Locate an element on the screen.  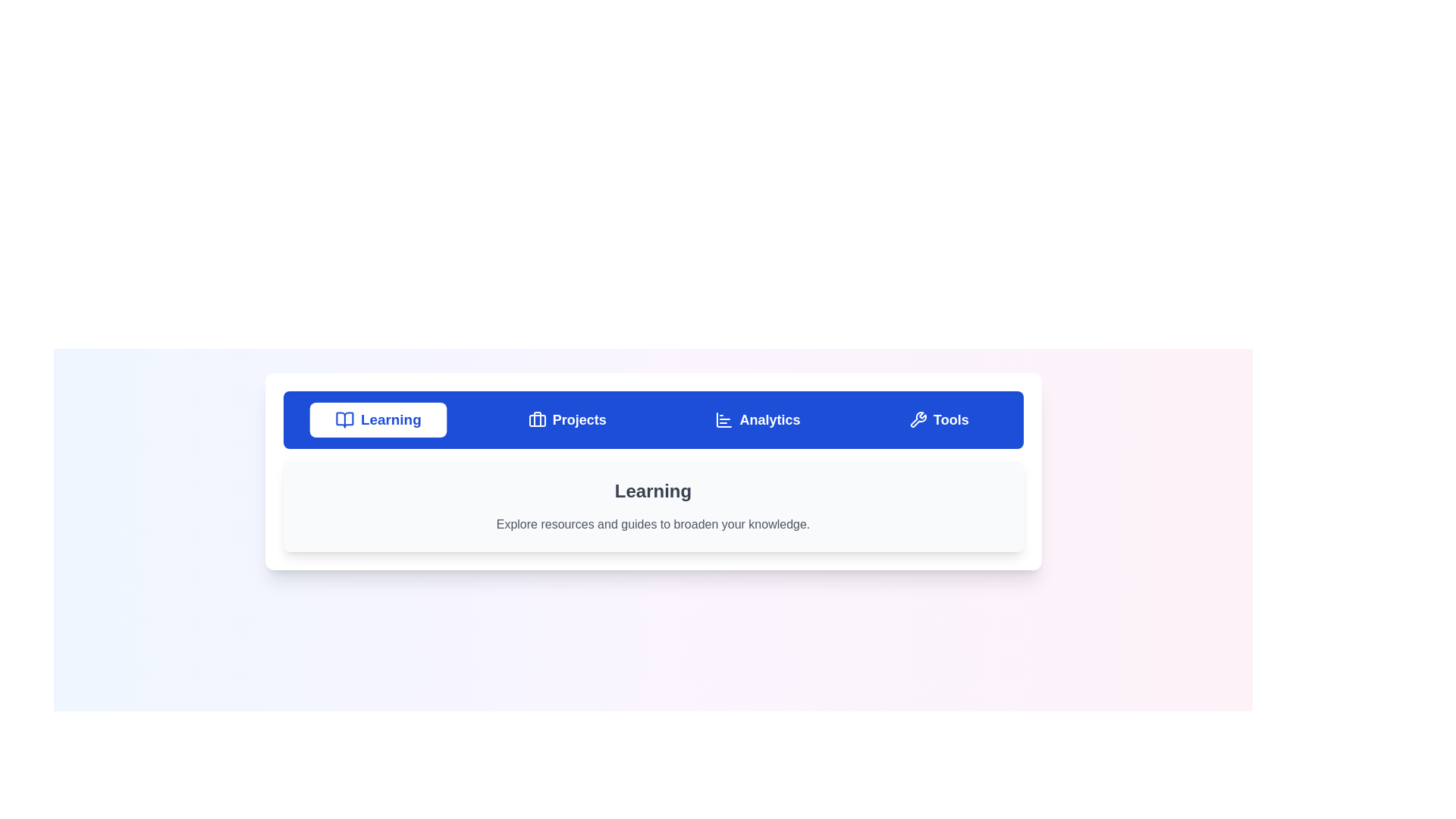
the 'Projects' button icon in the navigation bar is located at coordinates (537, 420).